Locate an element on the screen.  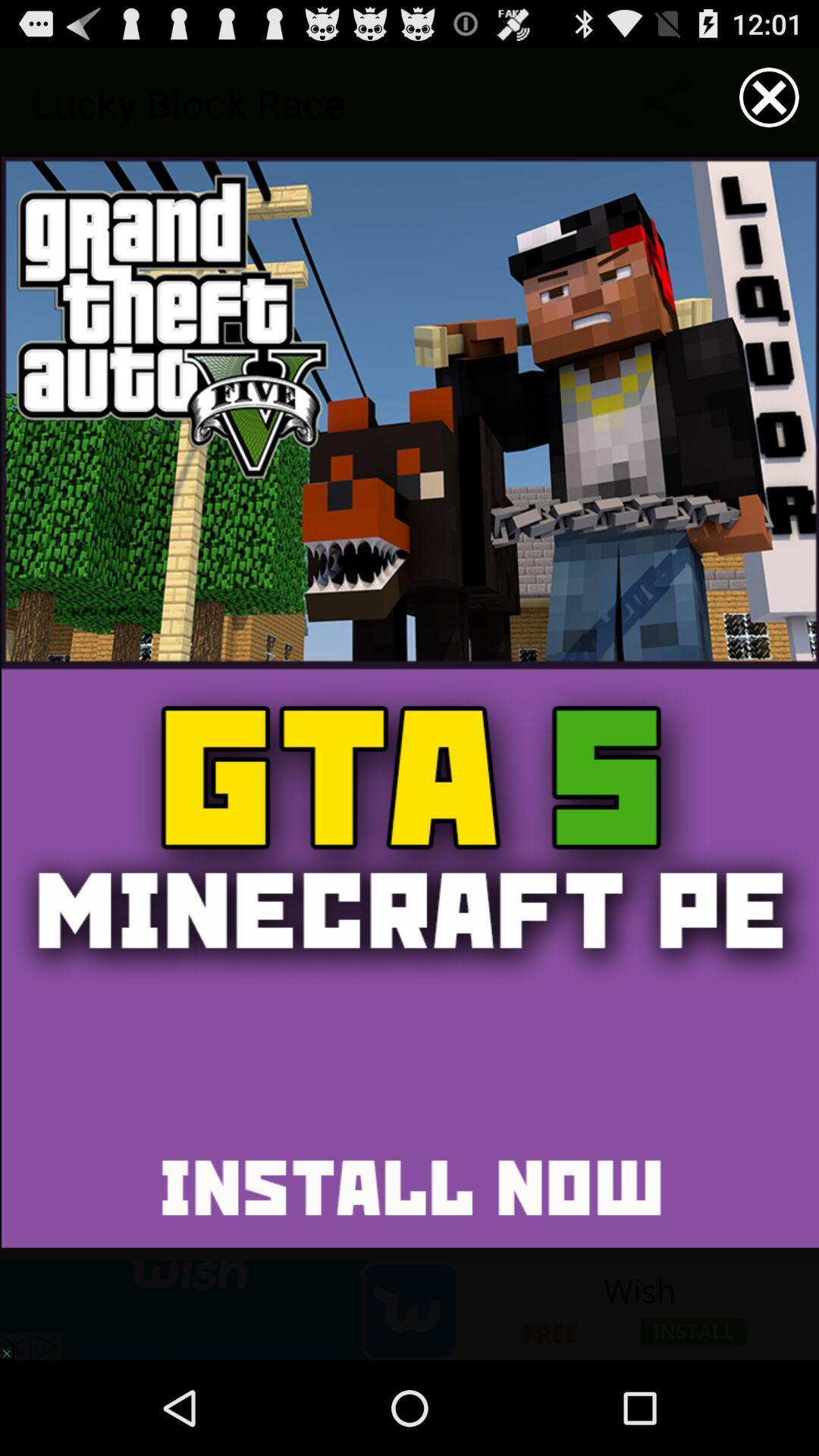
the close icon is located at coordinates (769, 103).